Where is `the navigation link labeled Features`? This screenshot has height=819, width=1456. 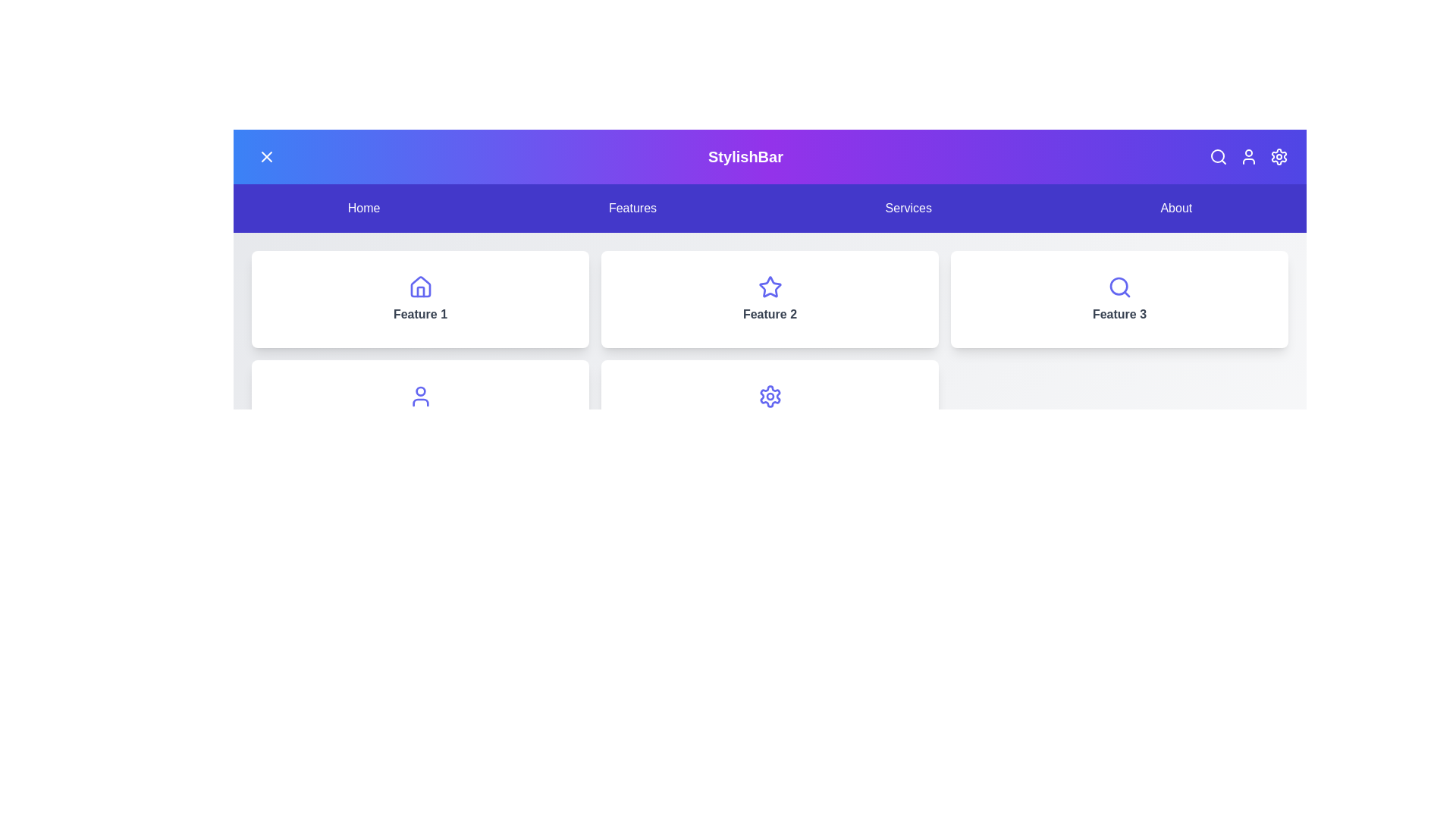
the navigation link labeled Features is located at coordinates (632, 208).